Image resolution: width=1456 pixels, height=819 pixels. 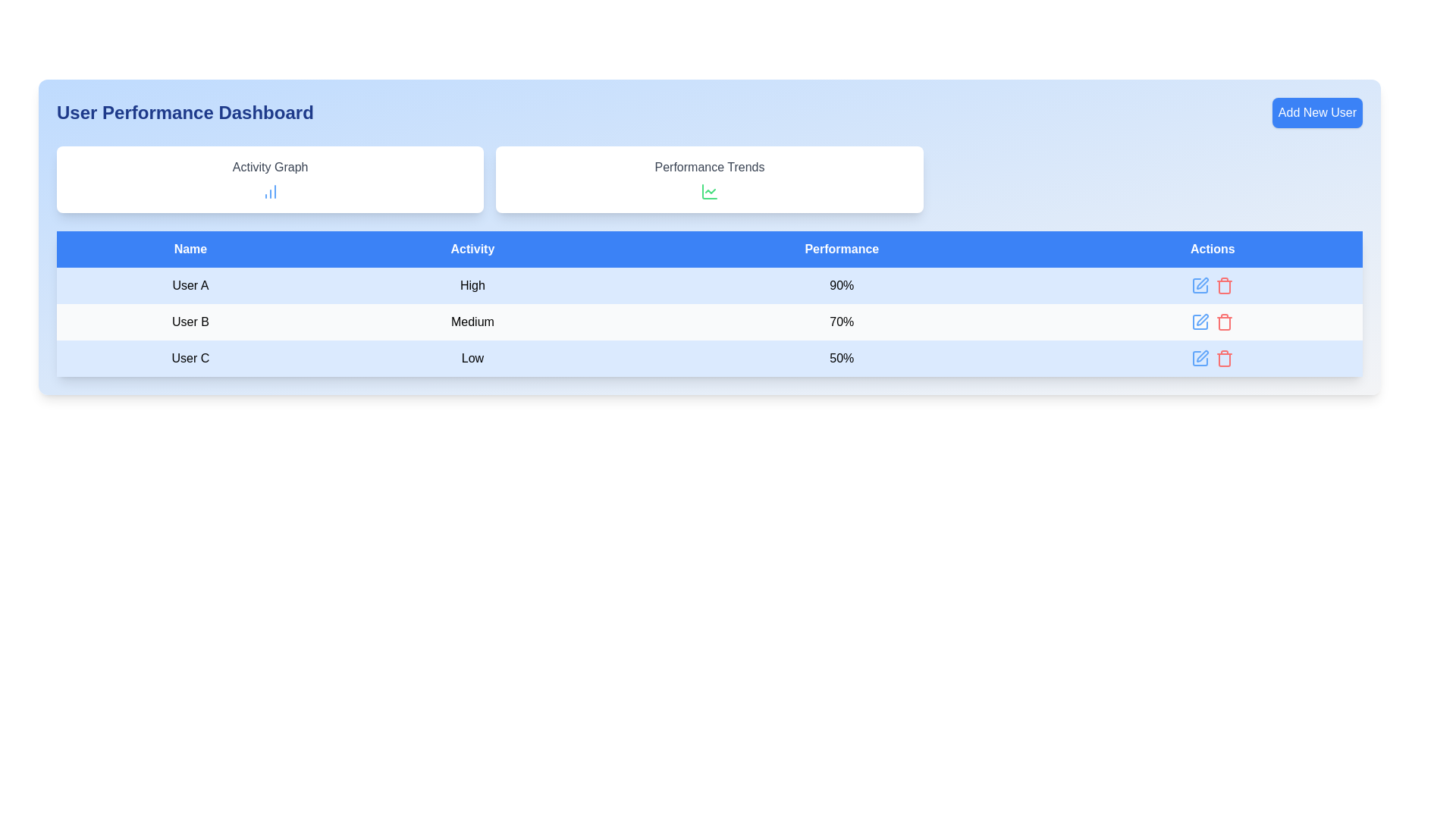 I want to click on the static text label displaying 'User C' located in the first column of the last row under the 'Name' column in the table, so click(x=190, y=359).